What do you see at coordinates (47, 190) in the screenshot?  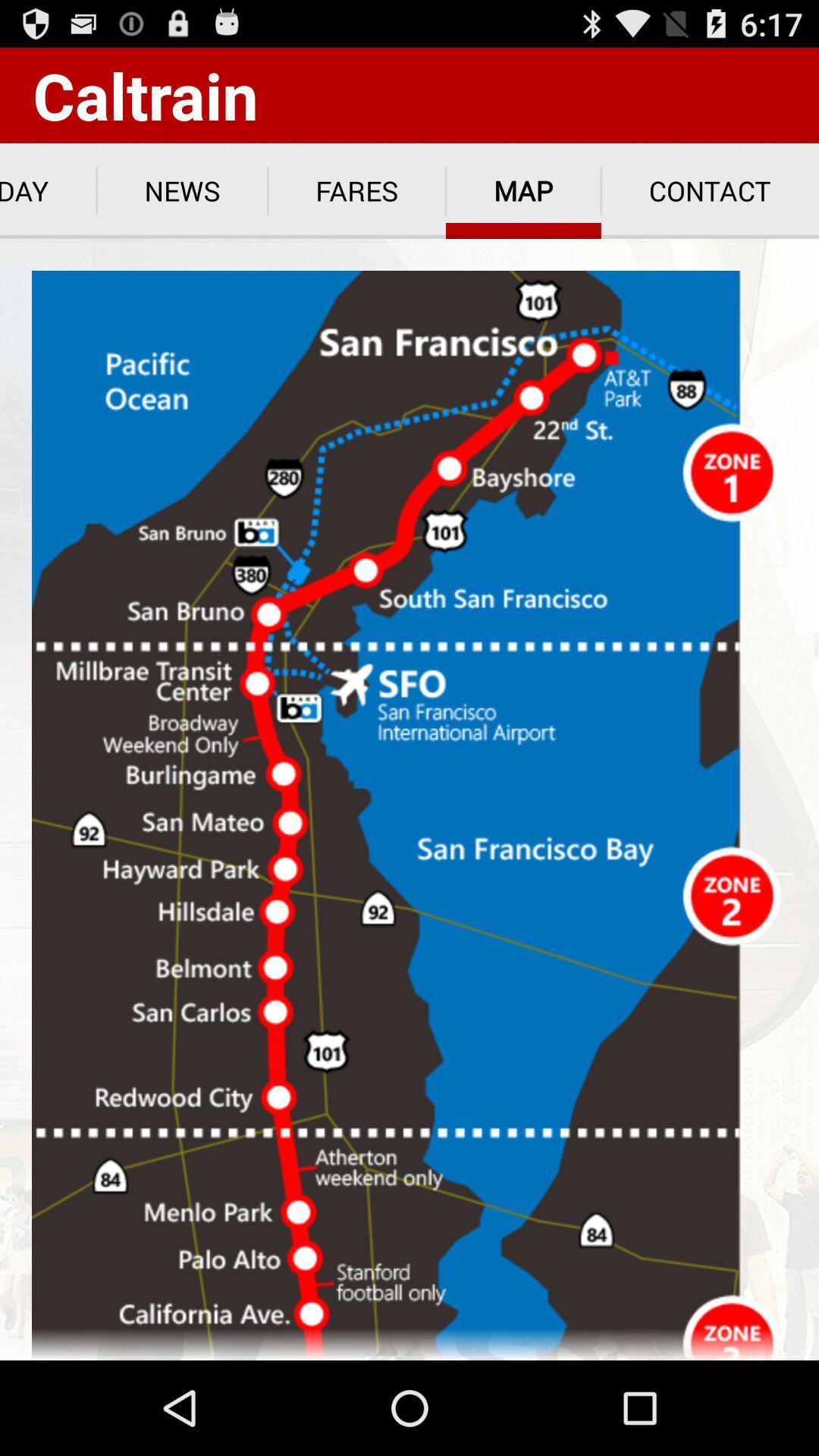 I see `icon next to the news icon` at bounding box center [47, 190].